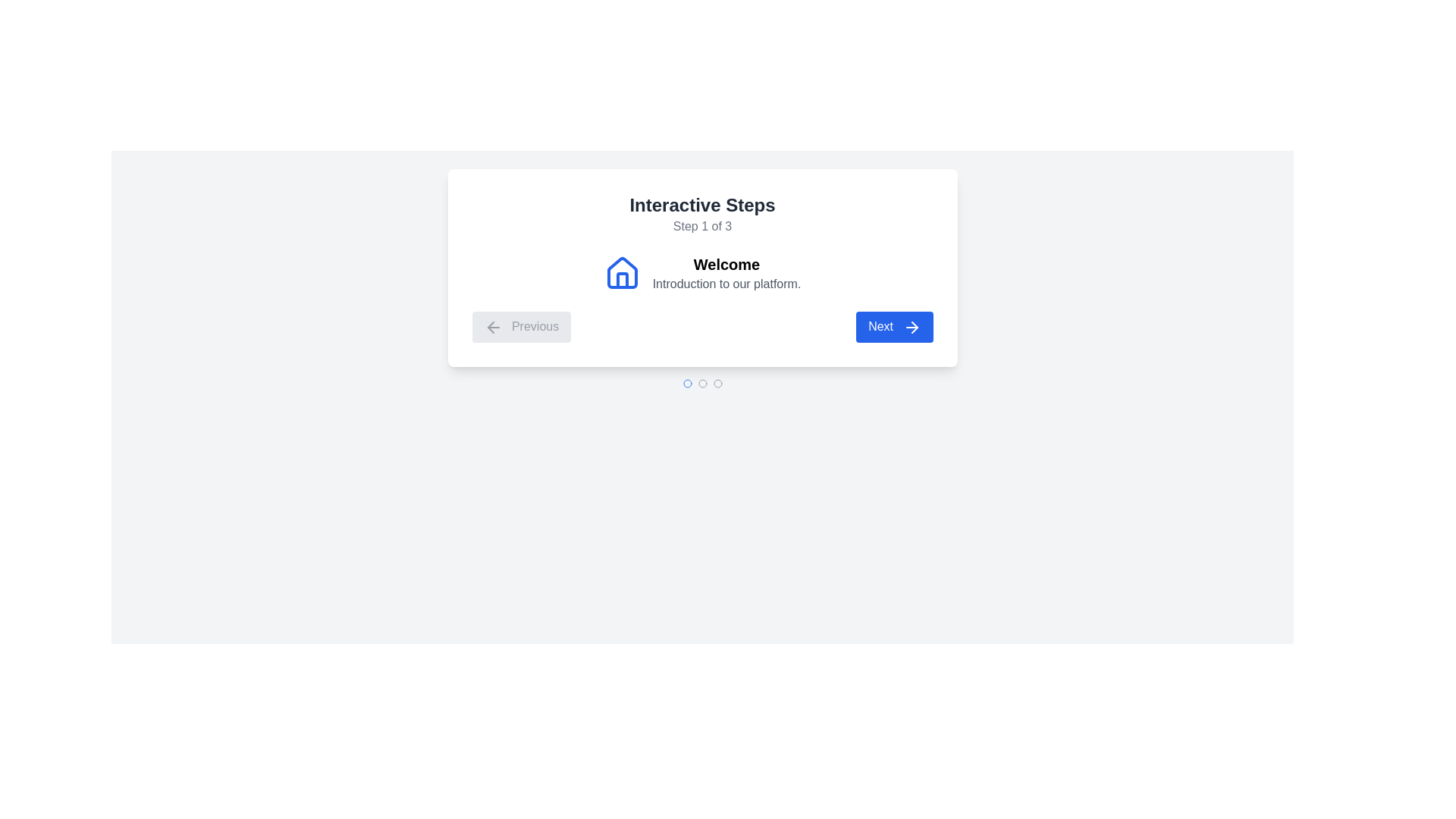  What do you see at coordinates (701, 382) in the screenshot?
I see `the second circular icon in a horizontal group of three that serves as an indicator or navigation control` at bounding box center [701, 382].